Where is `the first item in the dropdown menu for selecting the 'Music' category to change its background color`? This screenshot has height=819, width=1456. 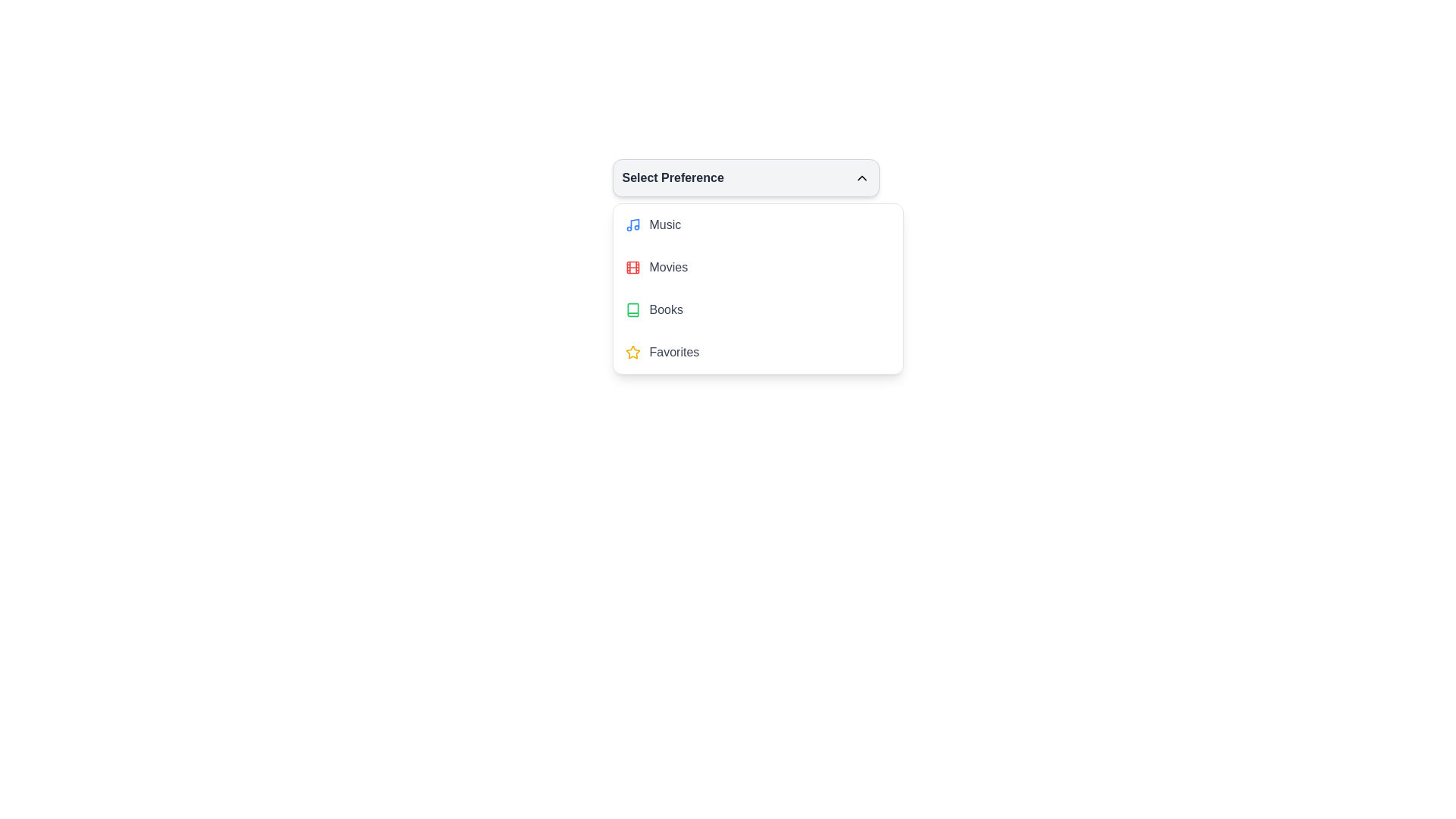 the first item in the dropdown menu for selecting the 'Music' category to change its background color is located at coordinates (758, 225).